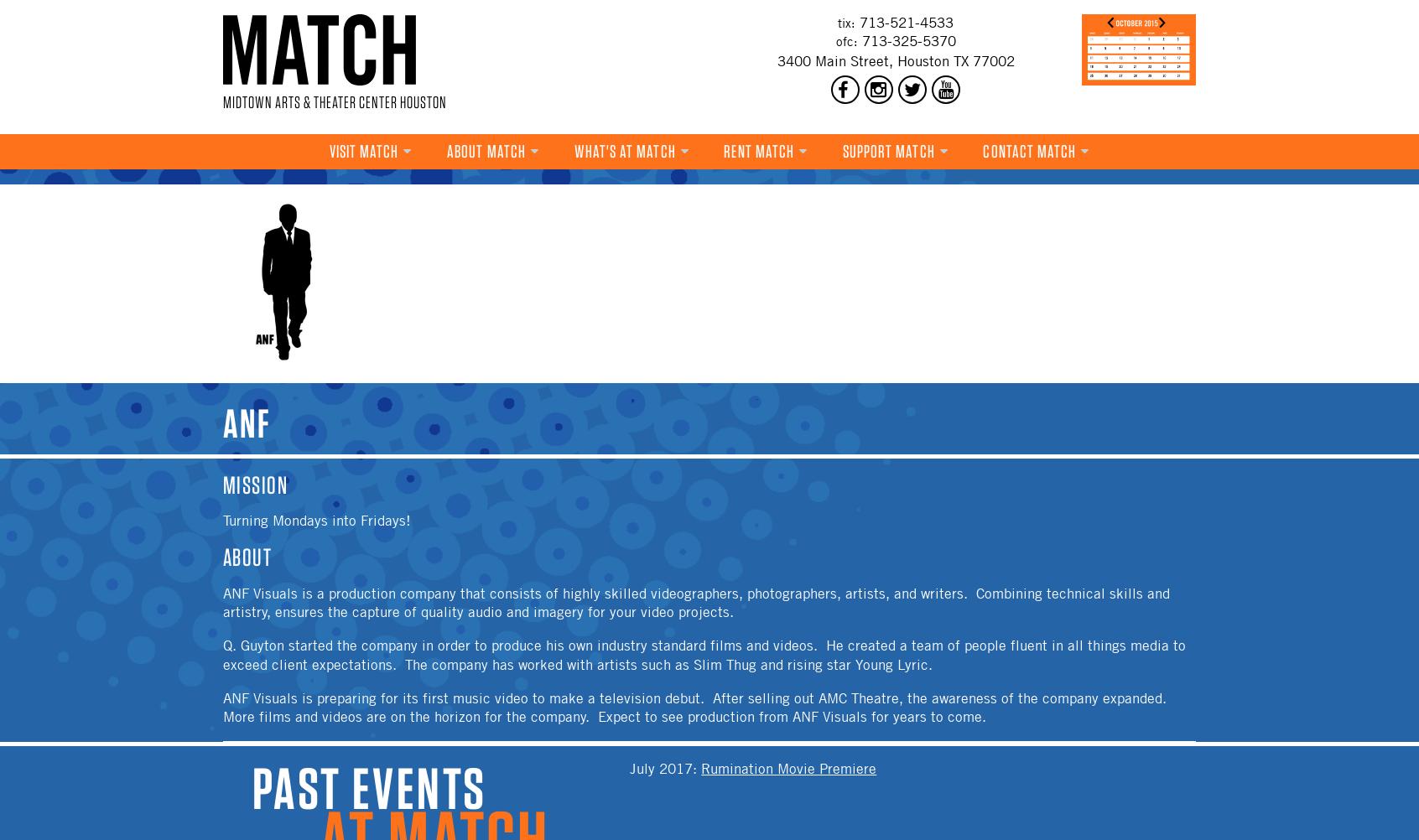 The width and height of the screenshot is (1419, 840). What do you see at coordinates (222, 423) in the screenshot?
I see `'ANF'` at bounding box center [222, 423].